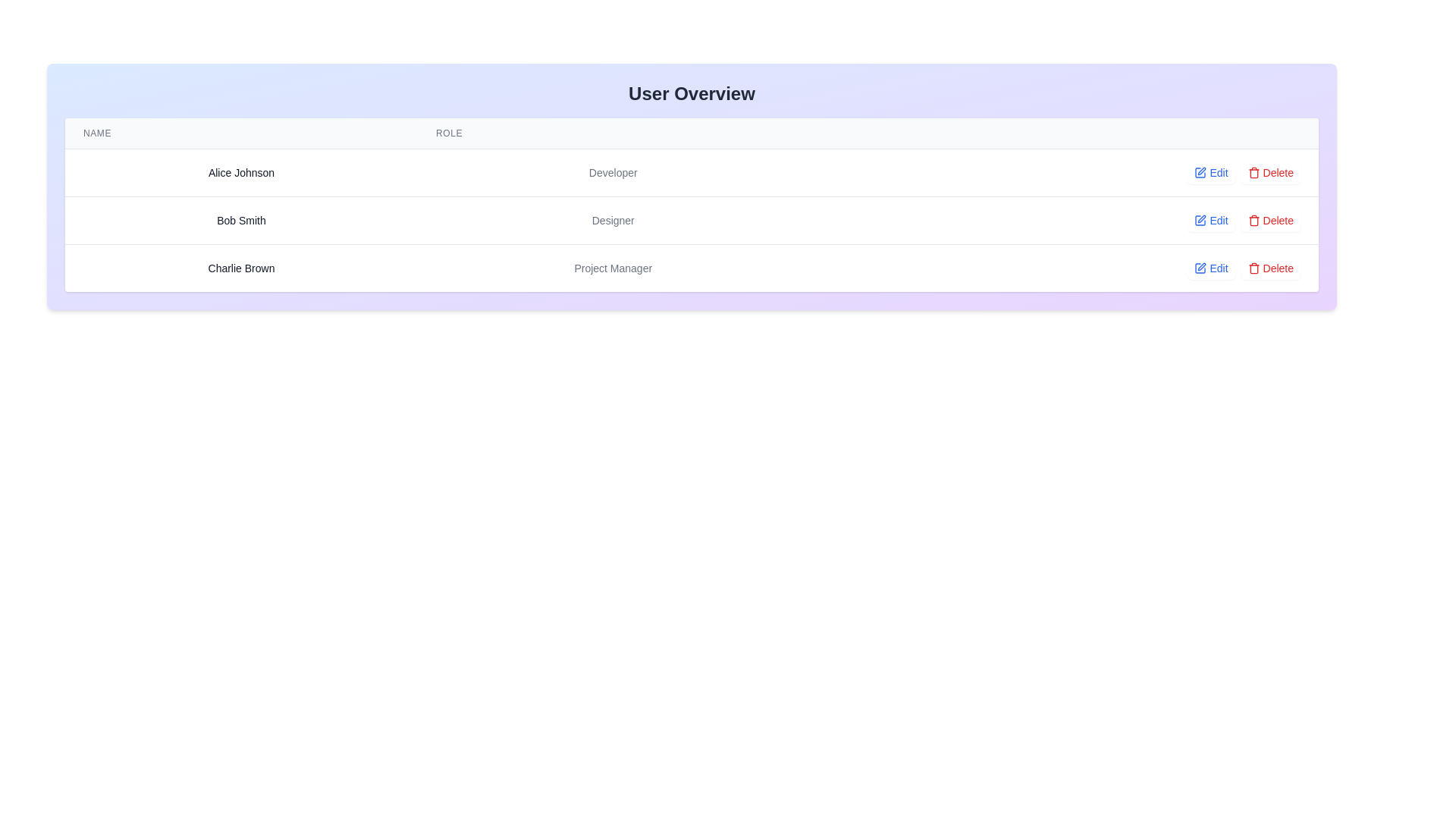 Image resolution: width=1456 pixels, height=819 pixels. I want to click on the Text Label displaying the name of an individual, located in the first column of the third row under the 'NAME' header, so click(240, 267).